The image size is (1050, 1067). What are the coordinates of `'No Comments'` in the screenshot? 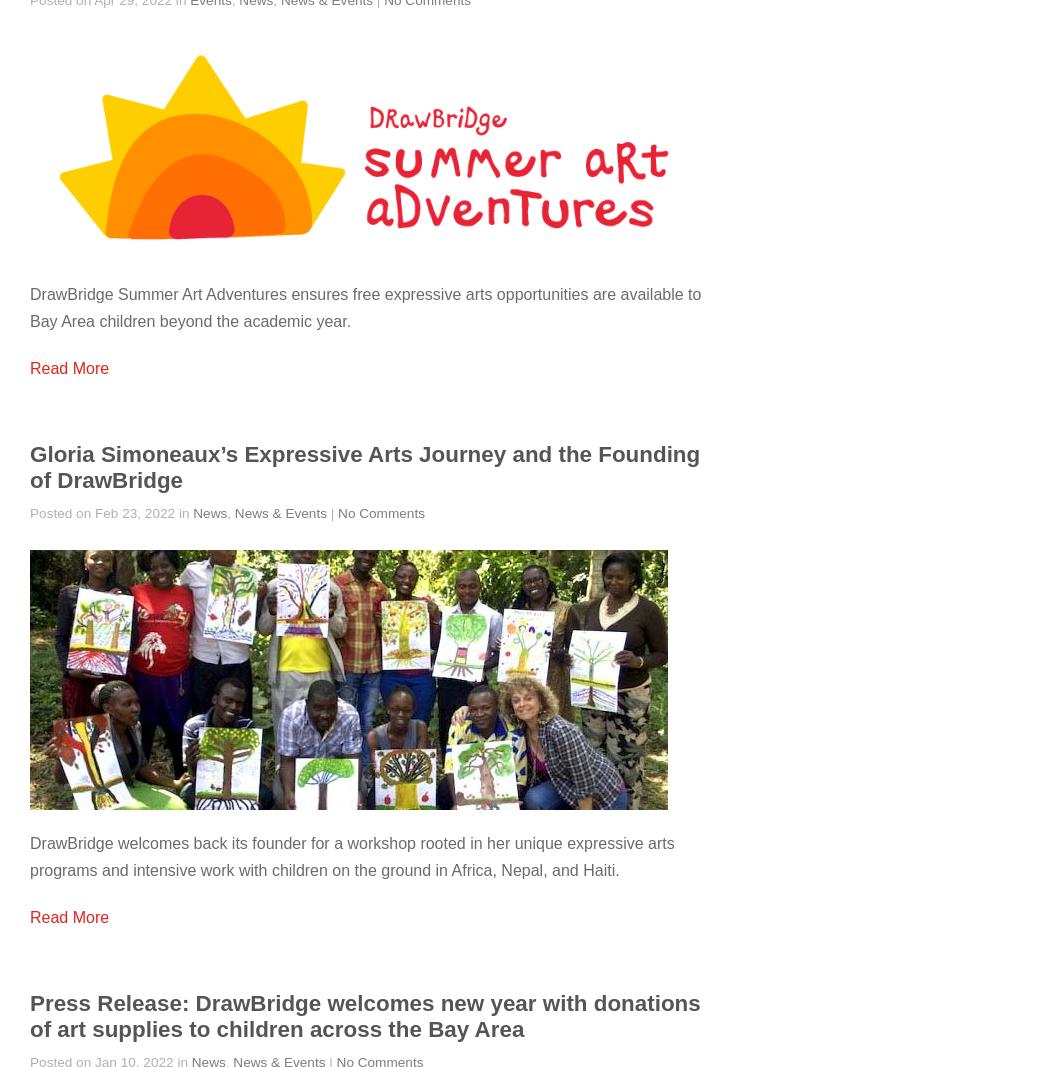 It's located at (337, 512).